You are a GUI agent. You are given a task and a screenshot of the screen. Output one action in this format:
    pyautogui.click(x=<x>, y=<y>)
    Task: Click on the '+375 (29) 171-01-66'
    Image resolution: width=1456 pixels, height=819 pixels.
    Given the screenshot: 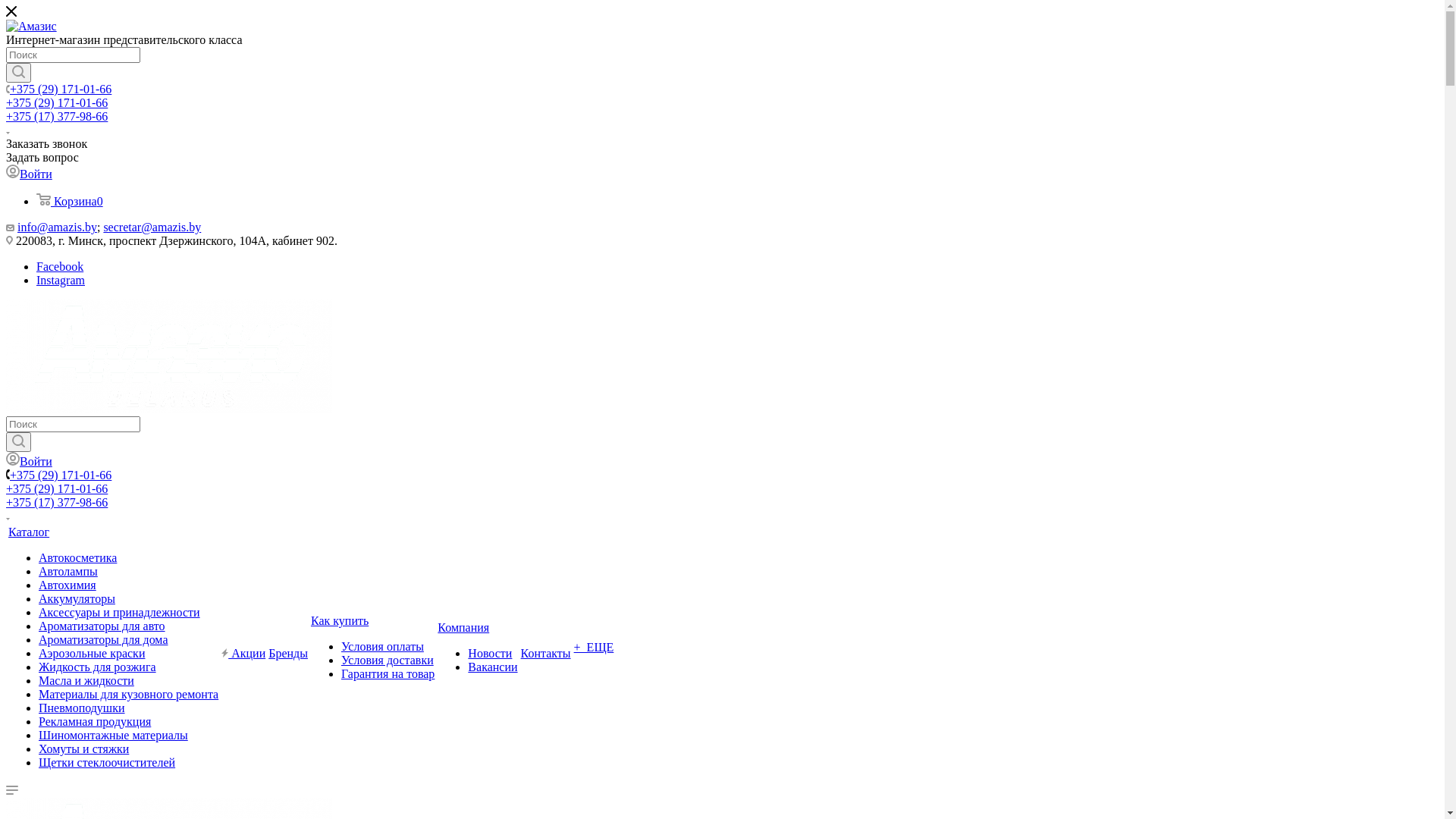 What is the action you would take?
    pyautogui.click(x=10, y=89)
    